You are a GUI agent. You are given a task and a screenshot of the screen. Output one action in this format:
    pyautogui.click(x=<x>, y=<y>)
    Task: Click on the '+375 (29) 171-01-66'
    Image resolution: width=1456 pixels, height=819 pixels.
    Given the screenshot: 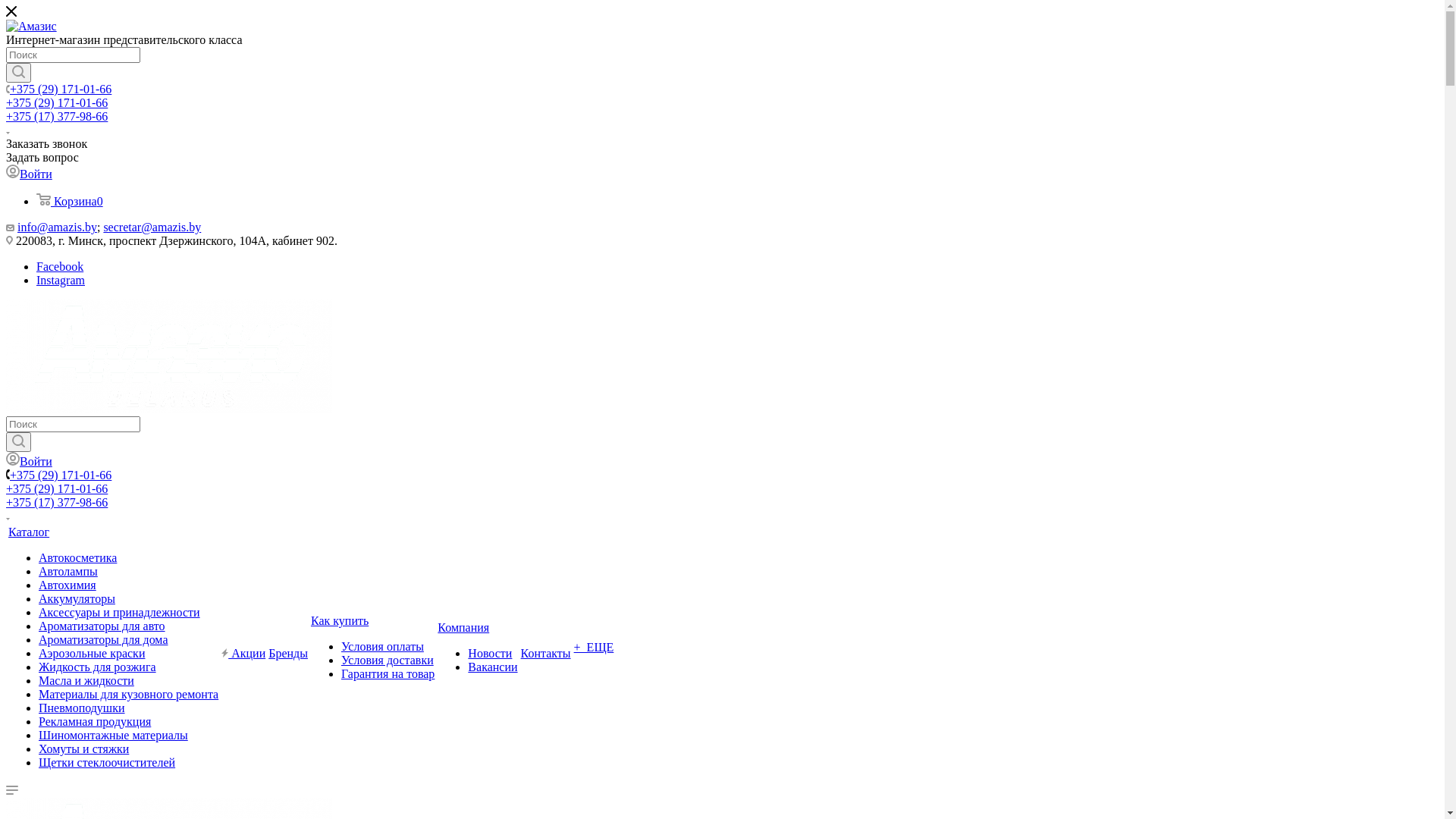 What is the action you would take?
    pyautogui.click(x=10, y=89)
    